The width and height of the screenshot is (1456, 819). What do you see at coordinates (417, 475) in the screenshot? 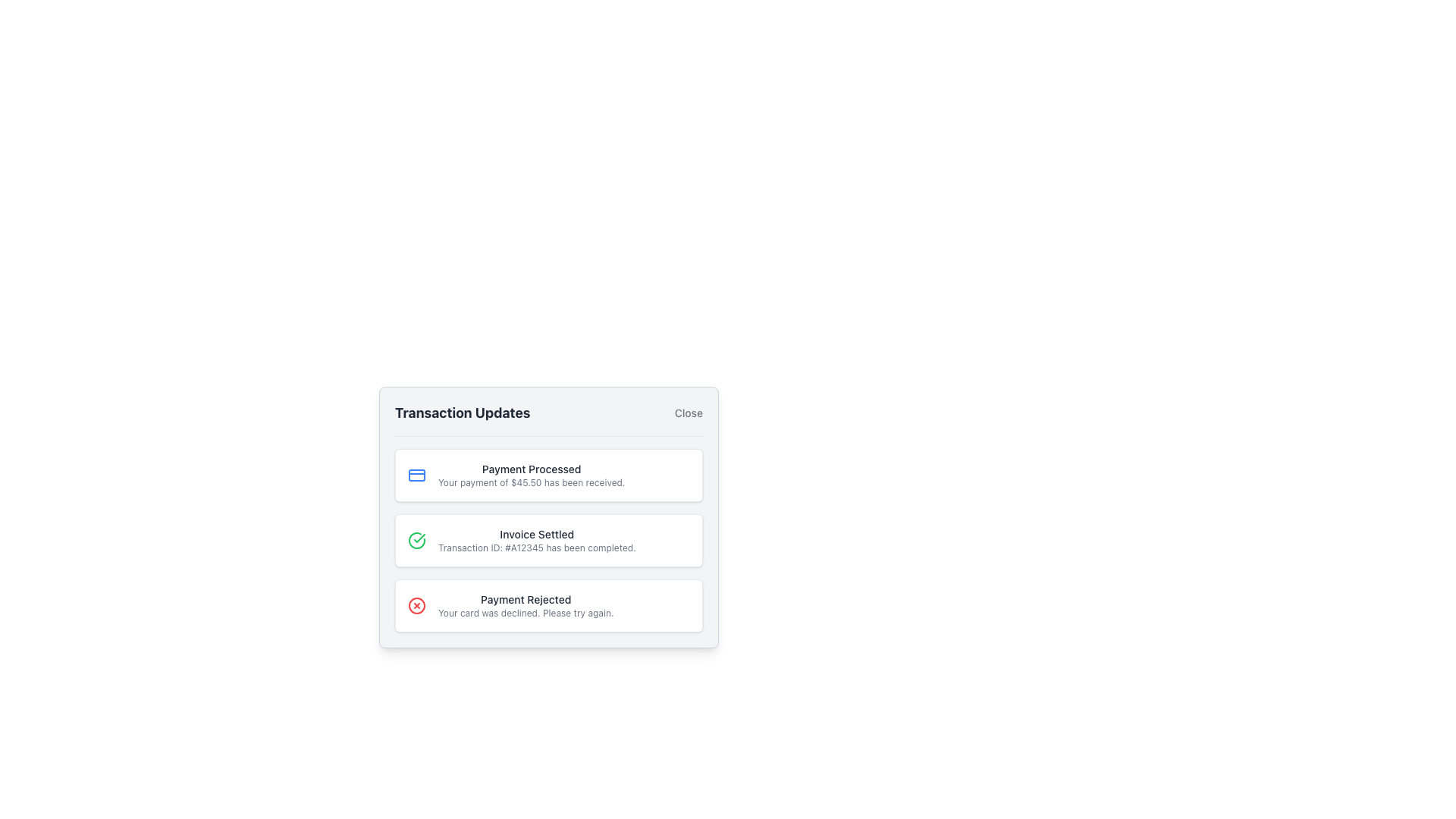
I see `the credit card payment icon located to the left of the 'Payment Processed' text in the 'Transaction Updates' panel` at bounding box center [417, 475].